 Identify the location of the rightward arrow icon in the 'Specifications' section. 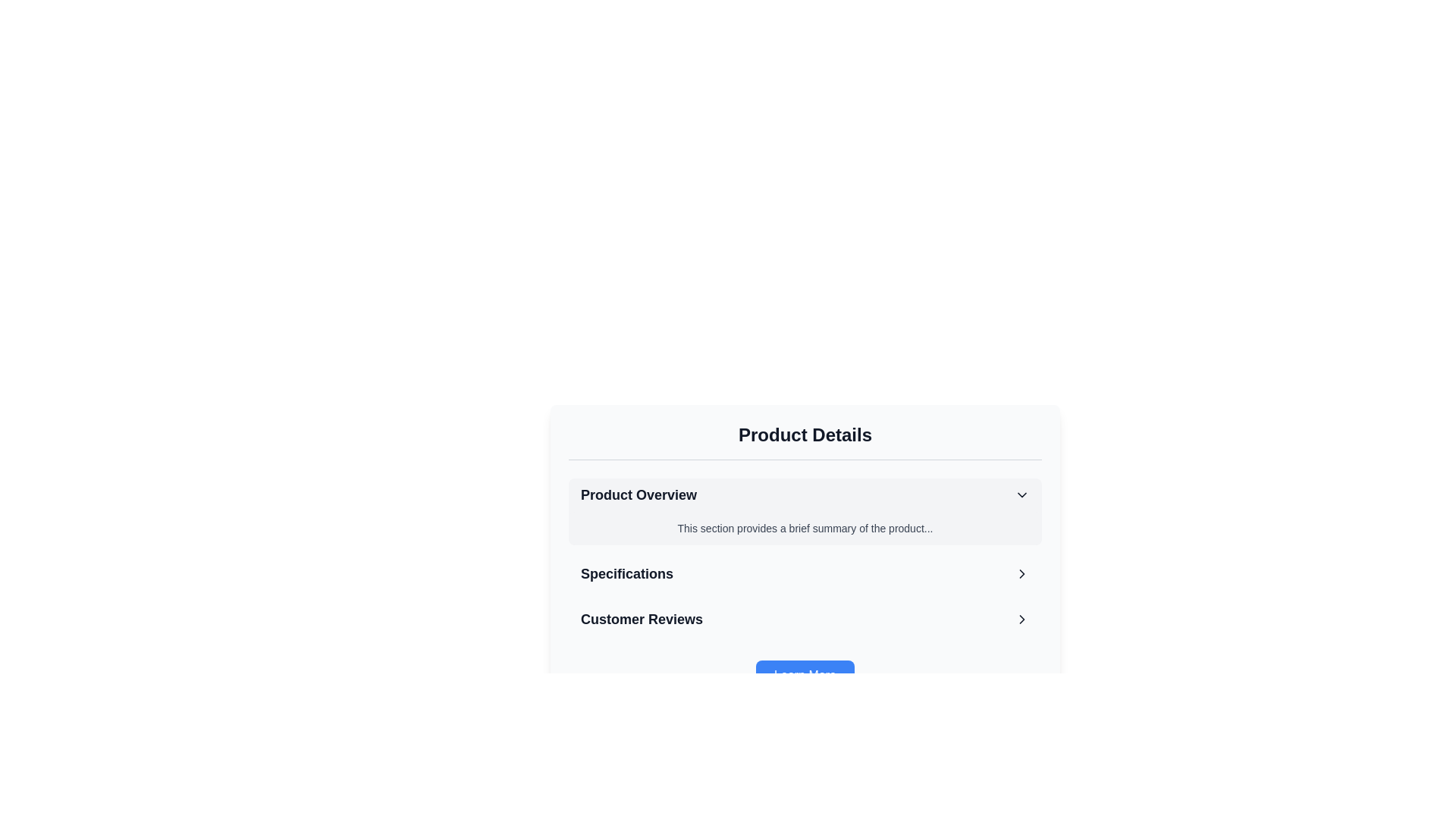
(1022, 573).